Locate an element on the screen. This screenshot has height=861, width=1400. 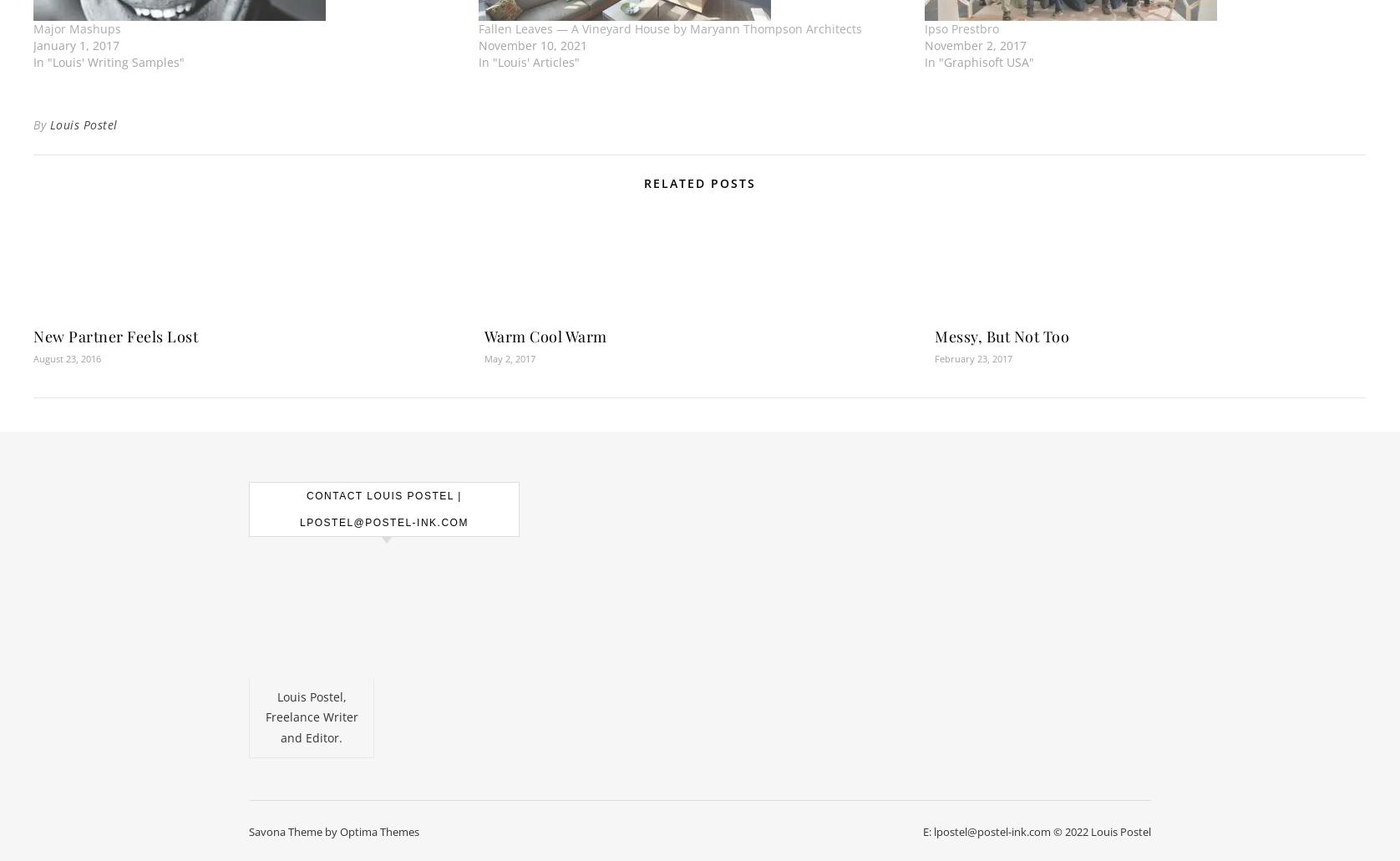
'Warm Cool Warm' is located at coordinates (544, 336).